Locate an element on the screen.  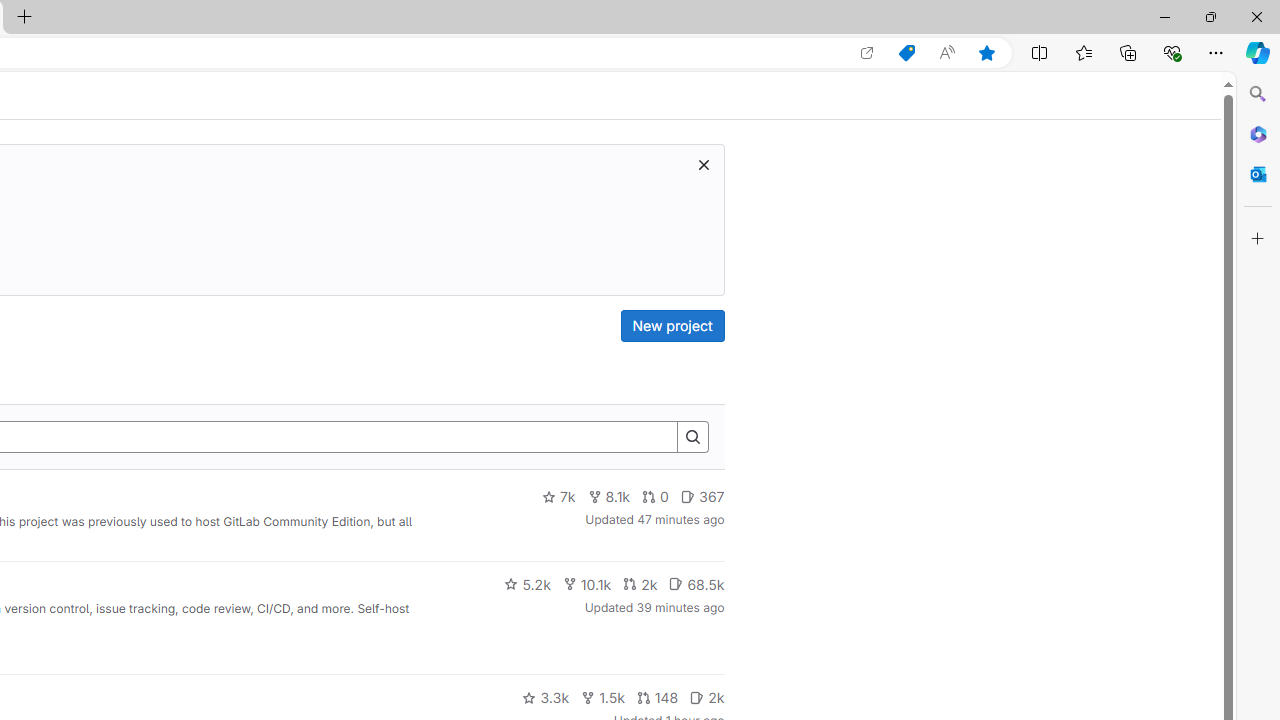
'3.3k' is located at coordinates (545, 697).